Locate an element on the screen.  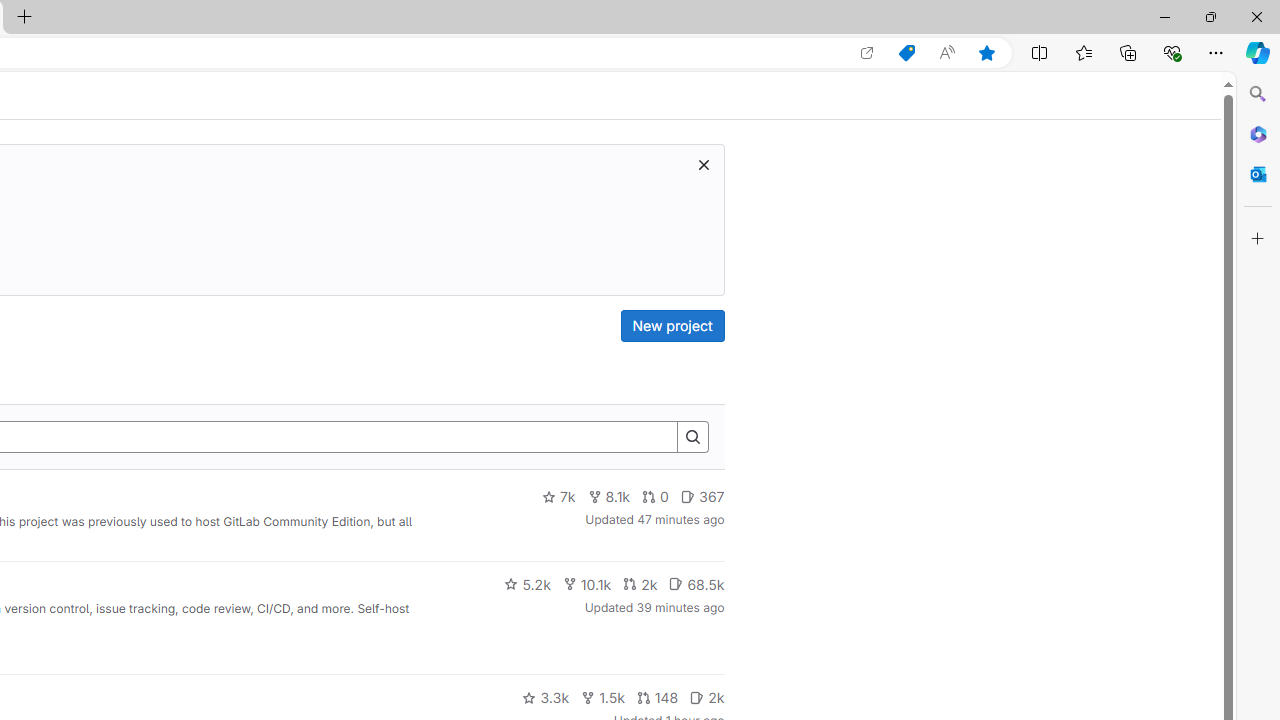
'3.3k' is located at coordinates (545, 697).